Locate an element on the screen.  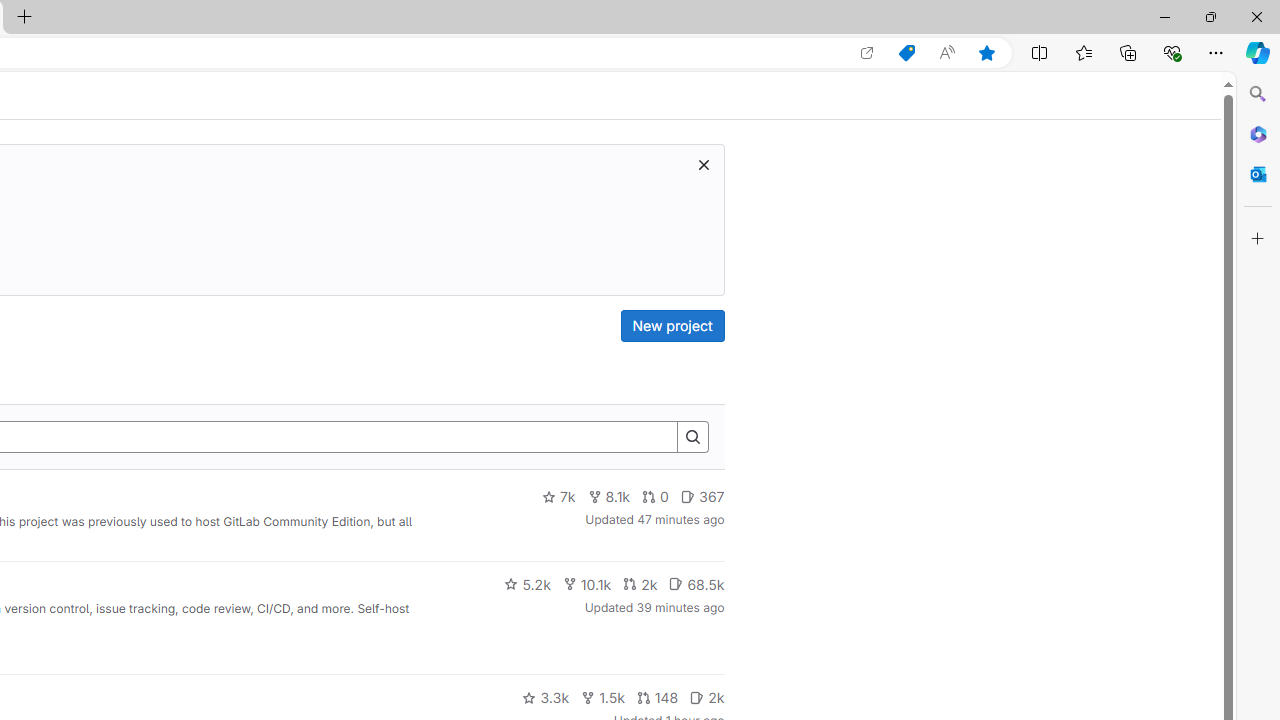
'3.3k' is located at coordinates (545, 697).